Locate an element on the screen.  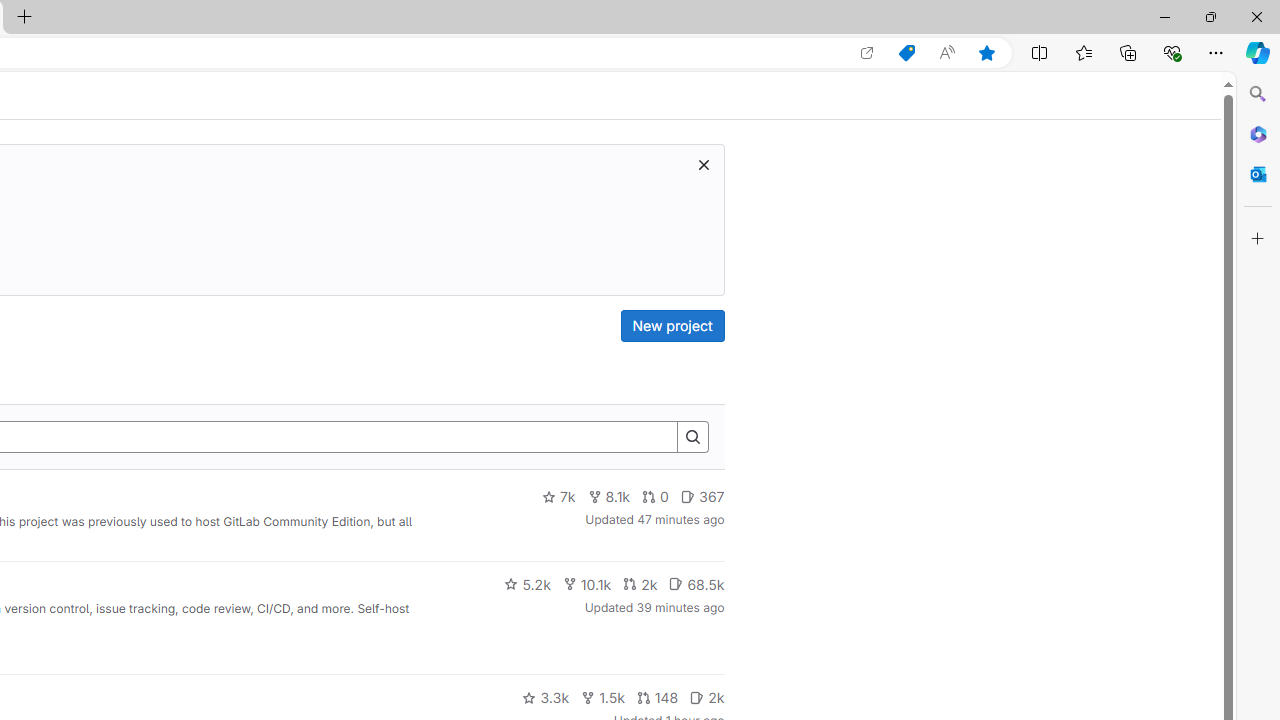
'3.3k' is located at coordinates (545, 697).